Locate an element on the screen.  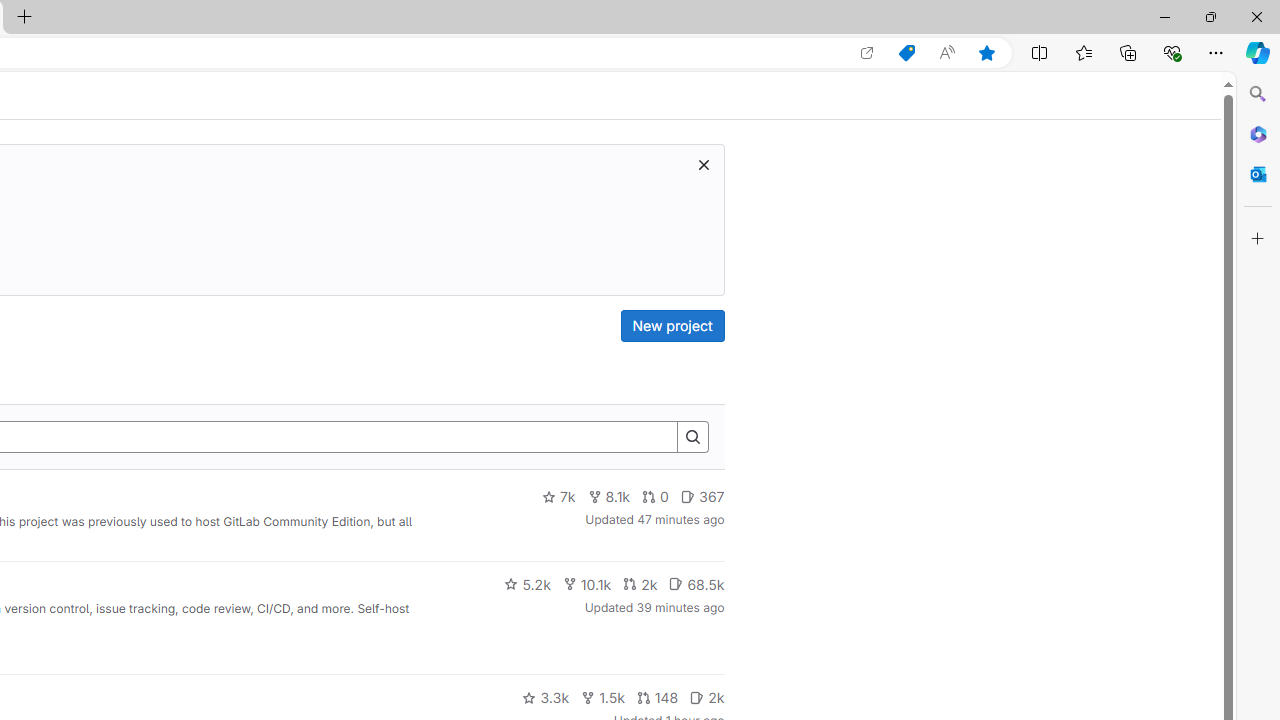
'3.3k' is located at coordinates (545, 697).